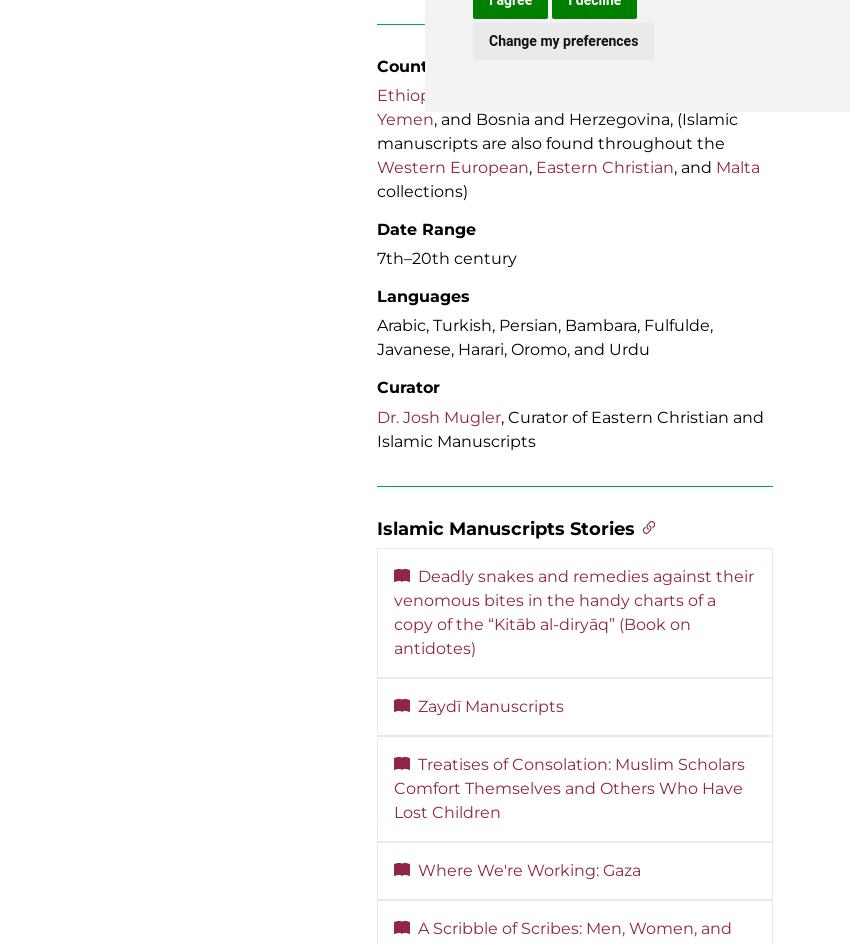 This screenshot has width=850, height=944. I want to click on 'Dr. Josh Mugler', so click(438, 415).